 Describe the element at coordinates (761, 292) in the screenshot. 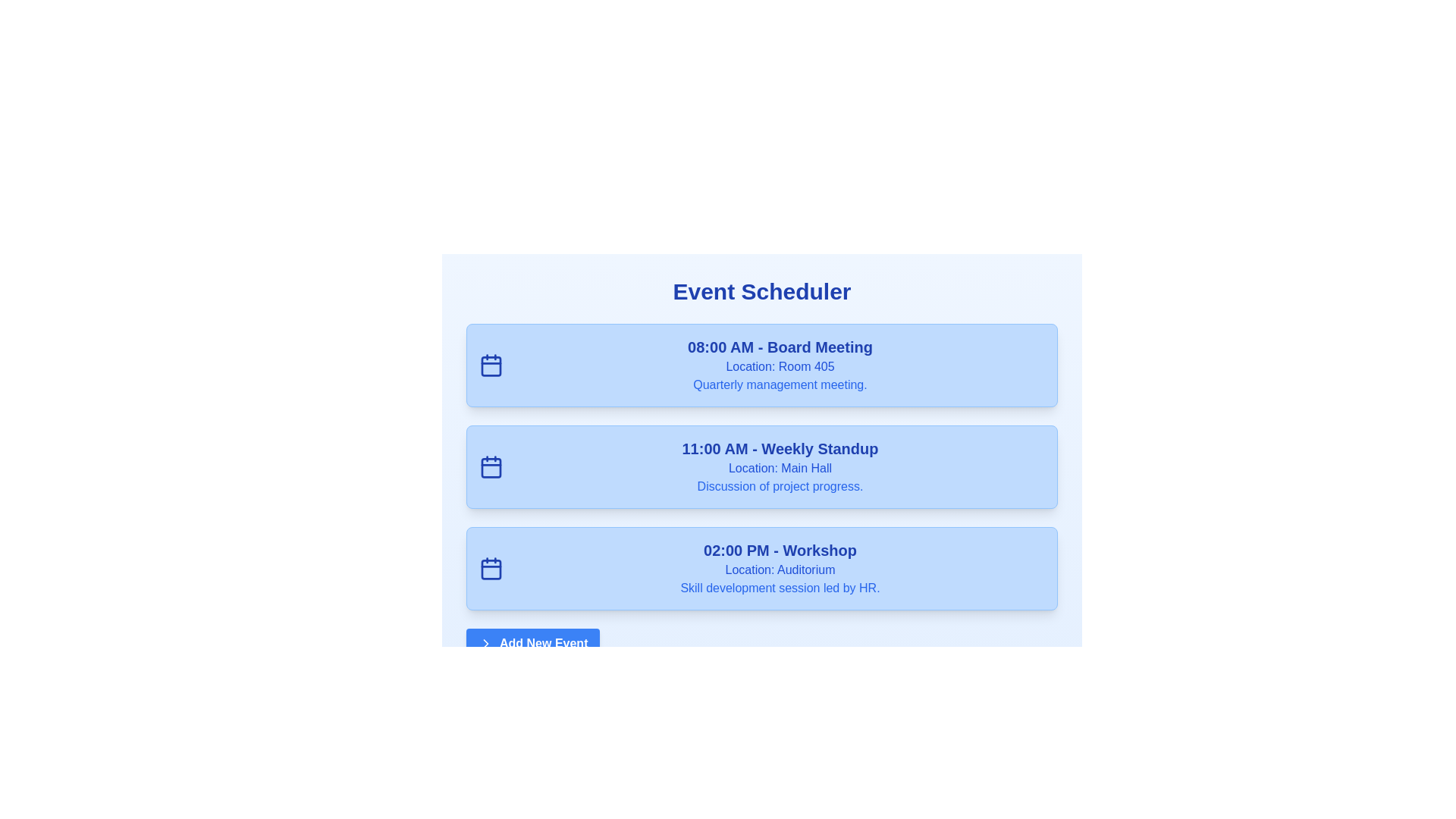

I see `the prominently displayed title 'Event Scheduler', which is styled in bold, large, dark blue font at the top-center of the content area` at that location.